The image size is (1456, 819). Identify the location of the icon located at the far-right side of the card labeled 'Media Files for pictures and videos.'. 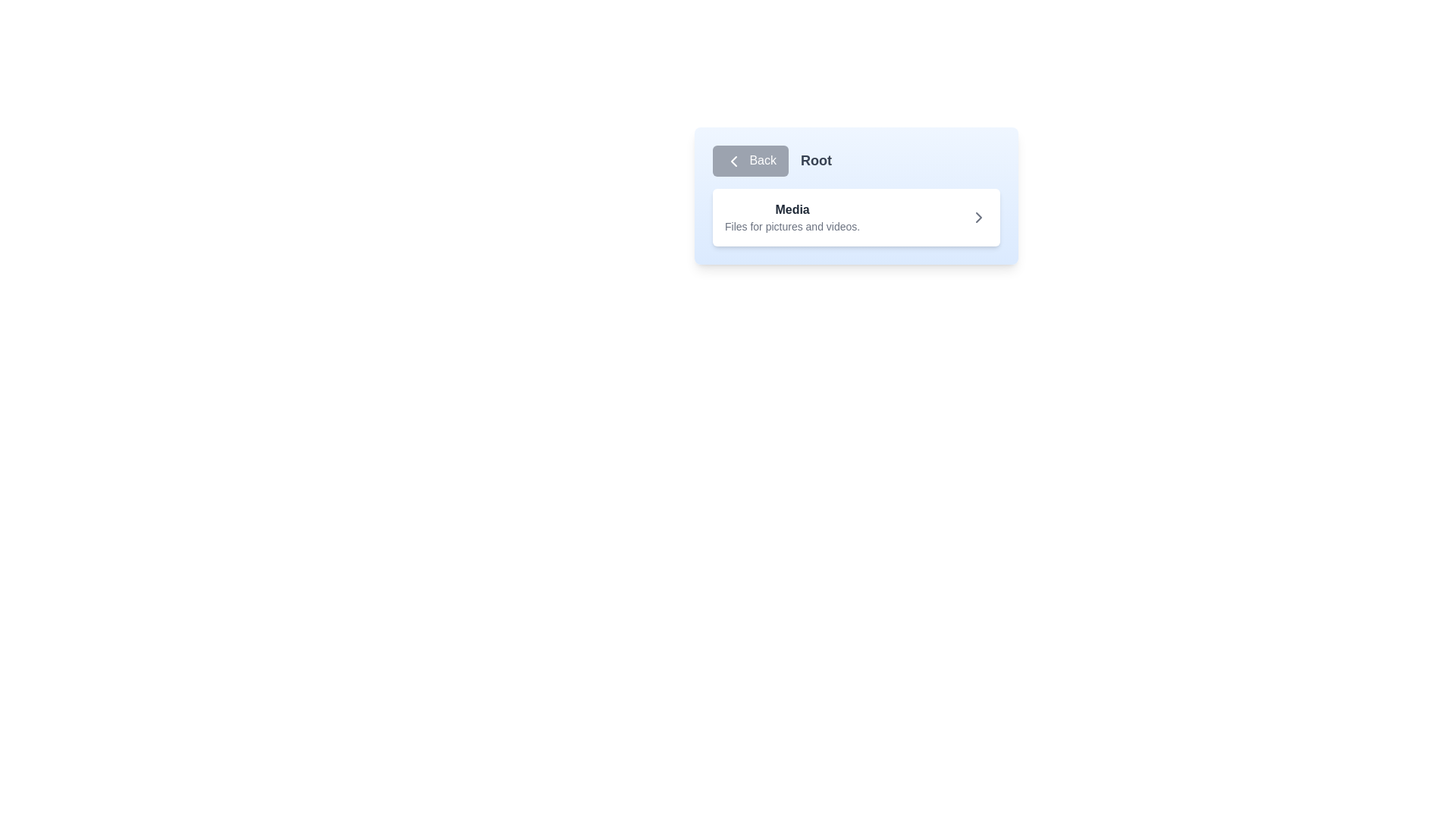
(979, 216).